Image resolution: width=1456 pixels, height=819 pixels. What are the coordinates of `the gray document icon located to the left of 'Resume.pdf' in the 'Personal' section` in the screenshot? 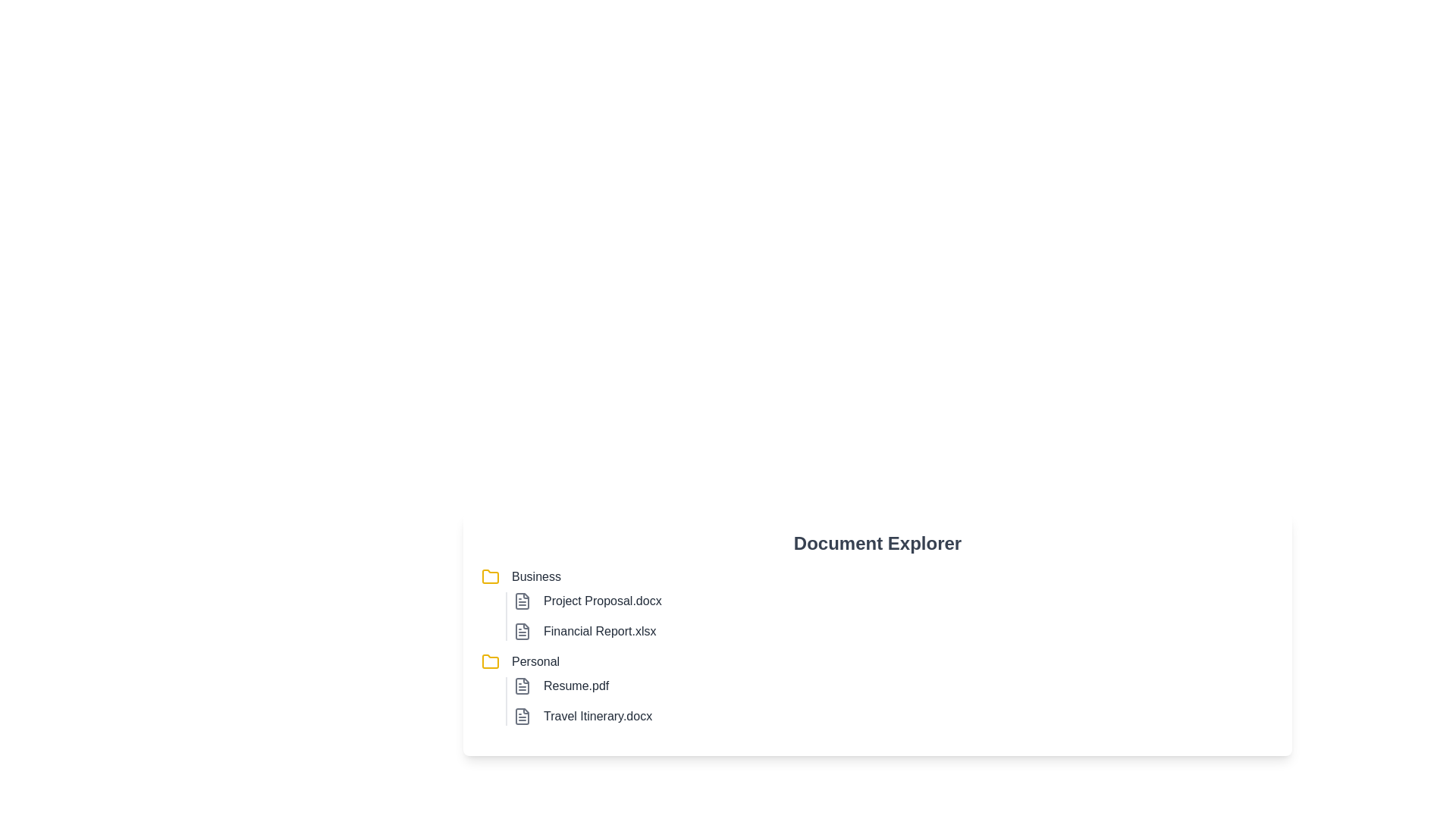 It's located at (522, 686).